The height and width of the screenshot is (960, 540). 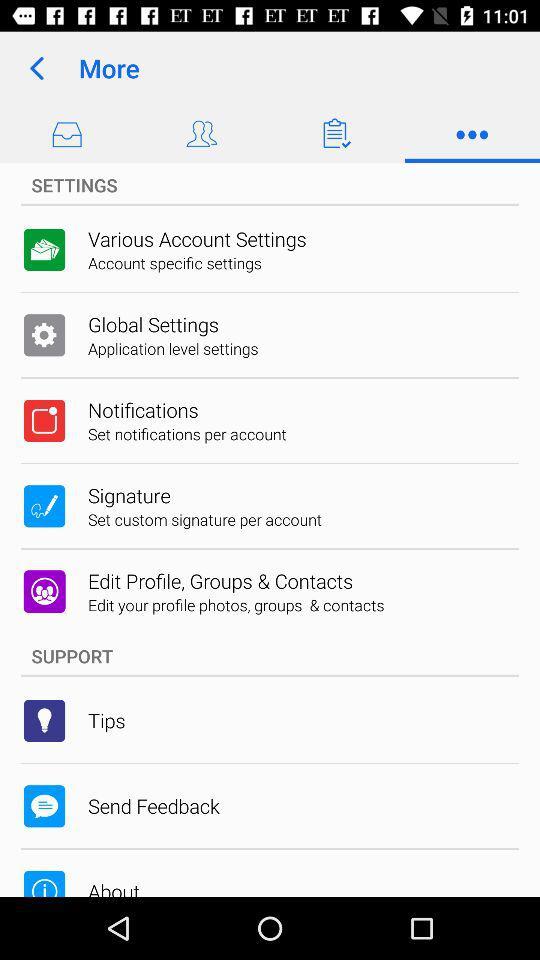 What do you see at coordinates (270, 655) in the screenshot?
I see `support icon` at bounding box center [270, 655].